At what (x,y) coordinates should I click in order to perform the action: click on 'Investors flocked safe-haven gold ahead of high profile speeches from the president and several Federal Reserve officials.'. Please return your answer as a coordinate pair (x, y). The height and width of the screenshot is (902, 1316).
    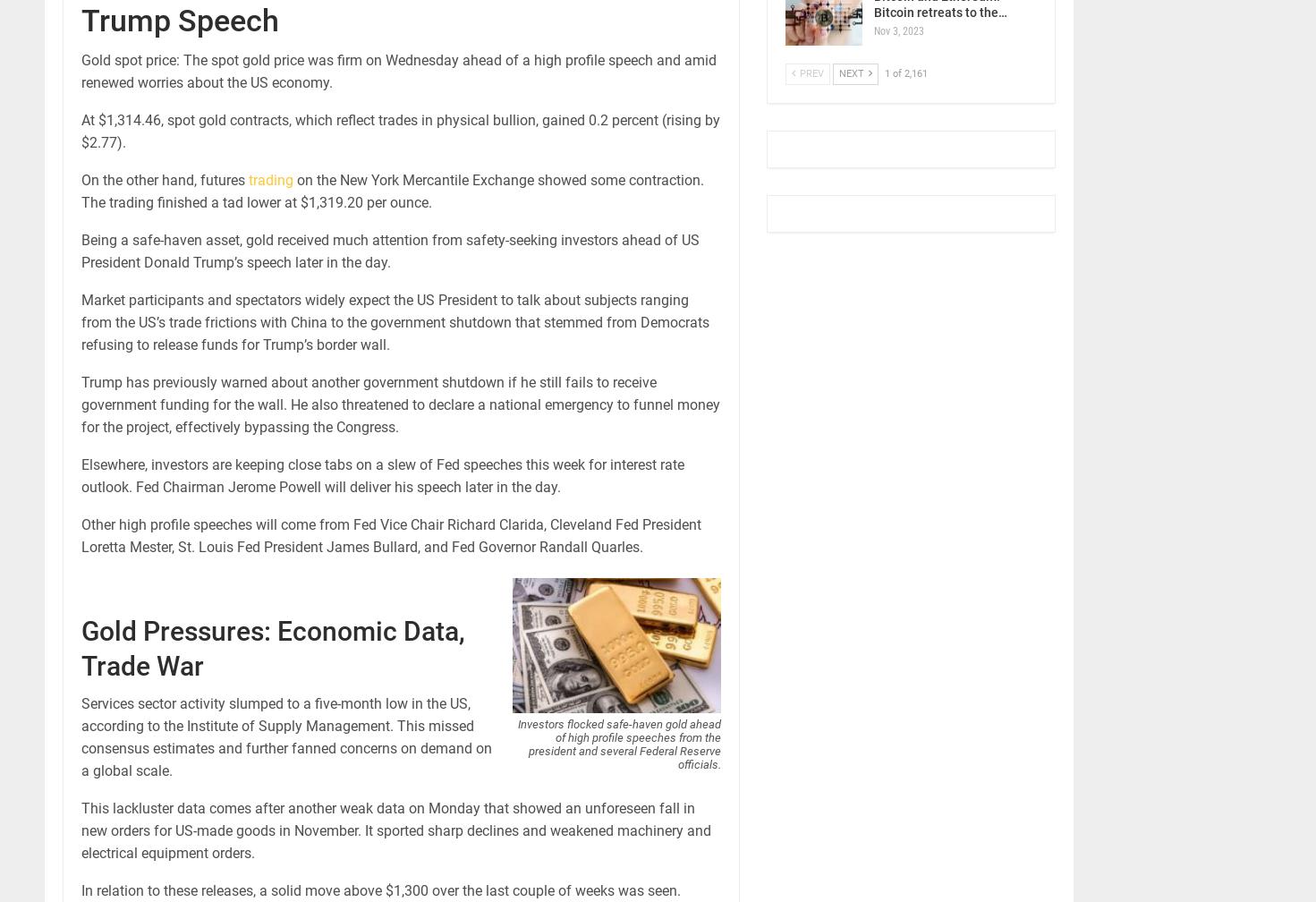
    Looking at the image, I should click on (618, 743).